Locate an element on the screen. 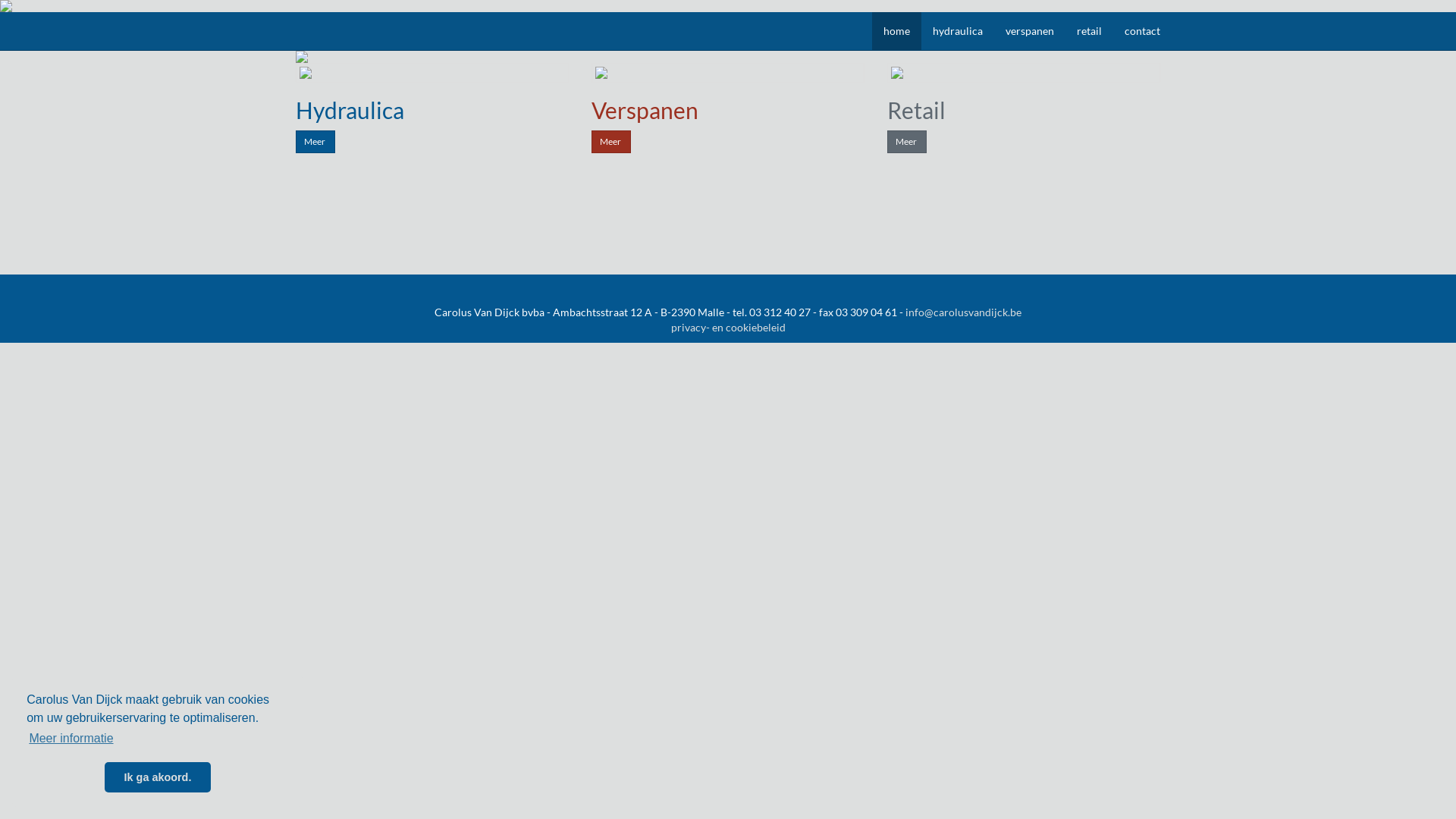  'contact' is located at coordinates (1142, 31).